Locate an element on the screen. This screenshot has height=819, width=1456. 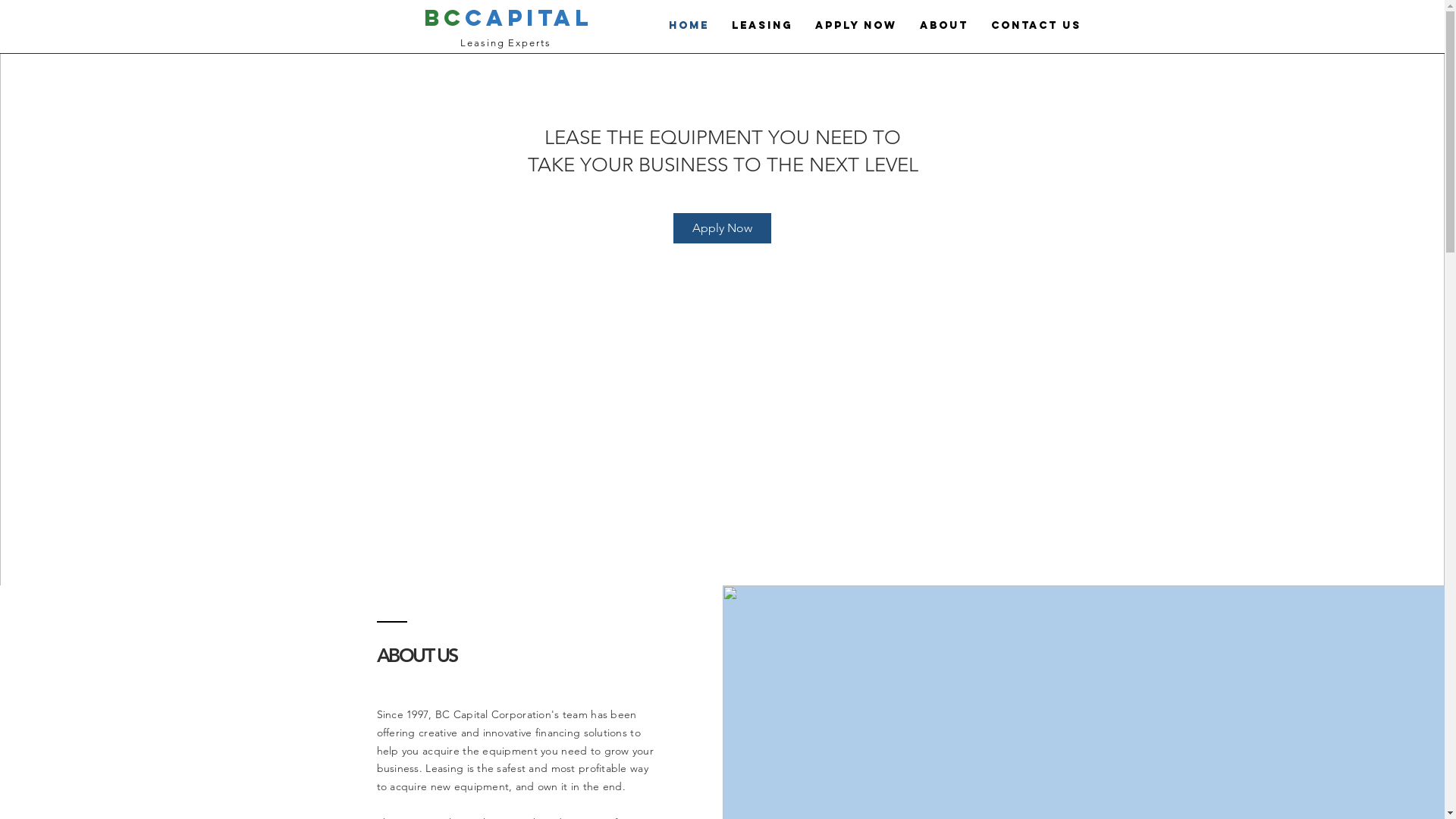
'Leasing' is located at coordinates (761, 26).